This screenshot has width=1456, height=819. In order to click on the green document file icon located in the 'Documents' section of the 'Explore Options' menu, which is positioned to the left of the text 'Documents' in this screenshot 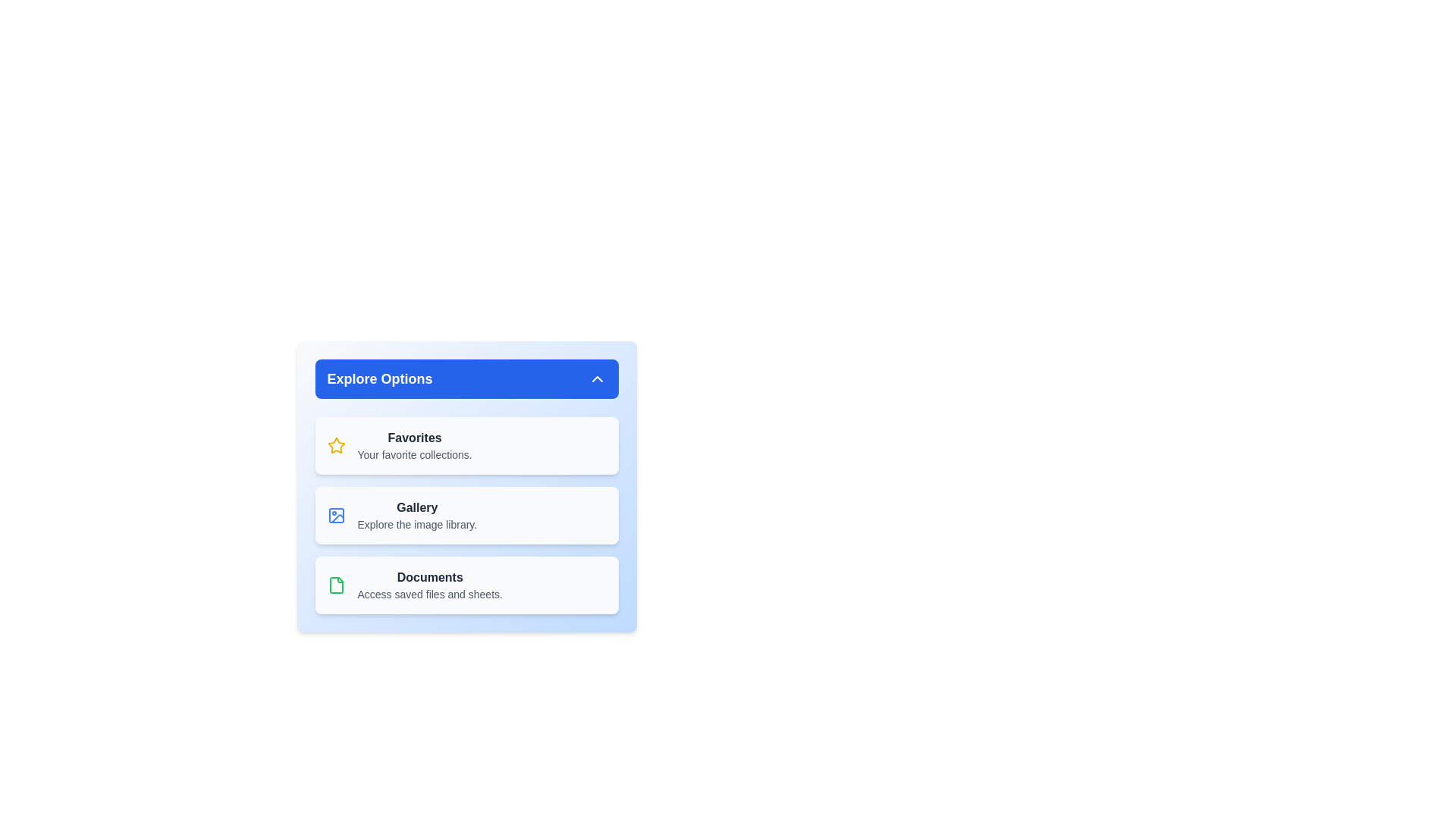, I will do `click(335, 584)`.